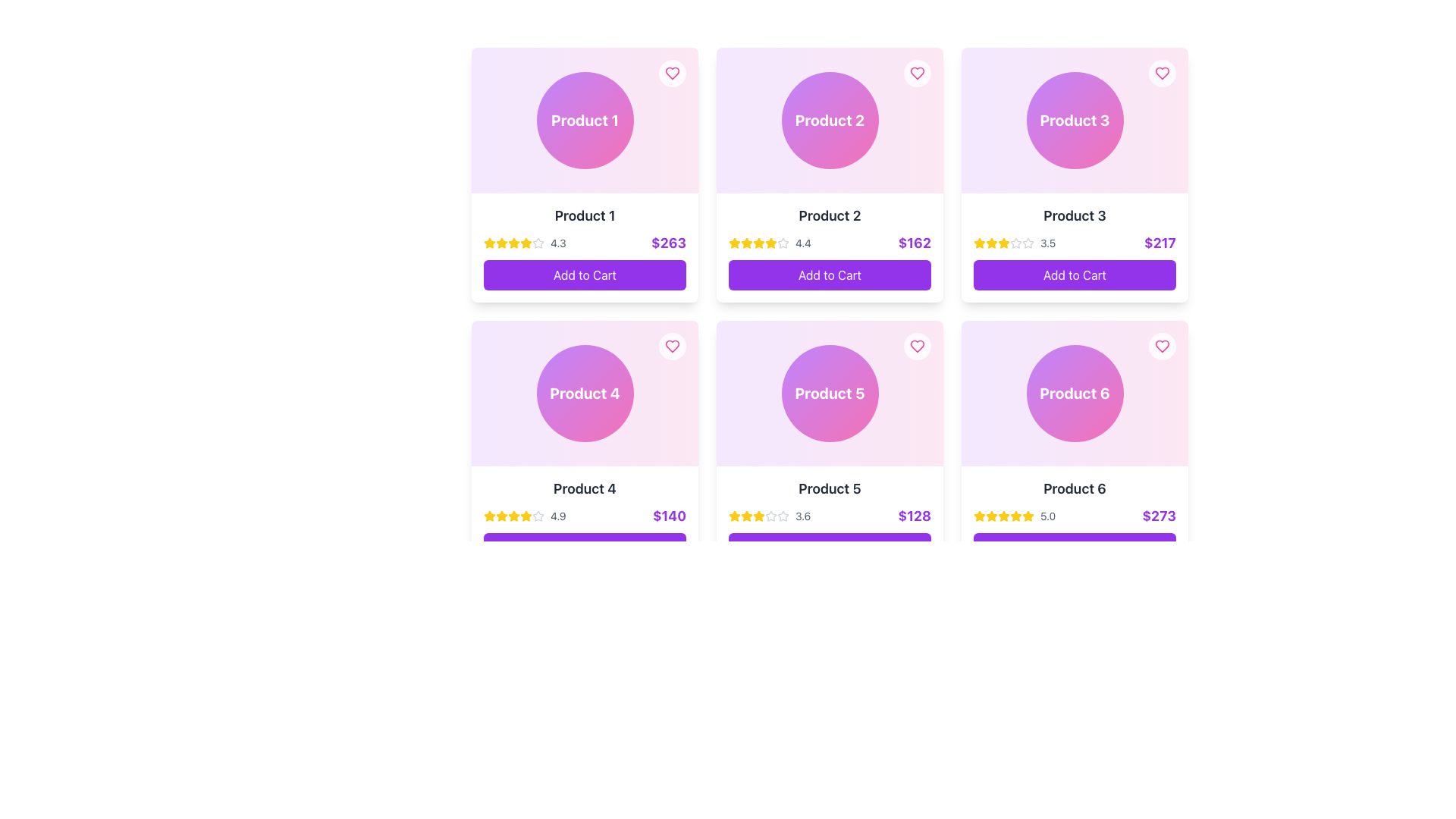 Image resolution: width=1456 pixels, height=819 pixels. I want to click on the heart button located in the top-right corner of the 'Product 1' card, so click(672, 73).